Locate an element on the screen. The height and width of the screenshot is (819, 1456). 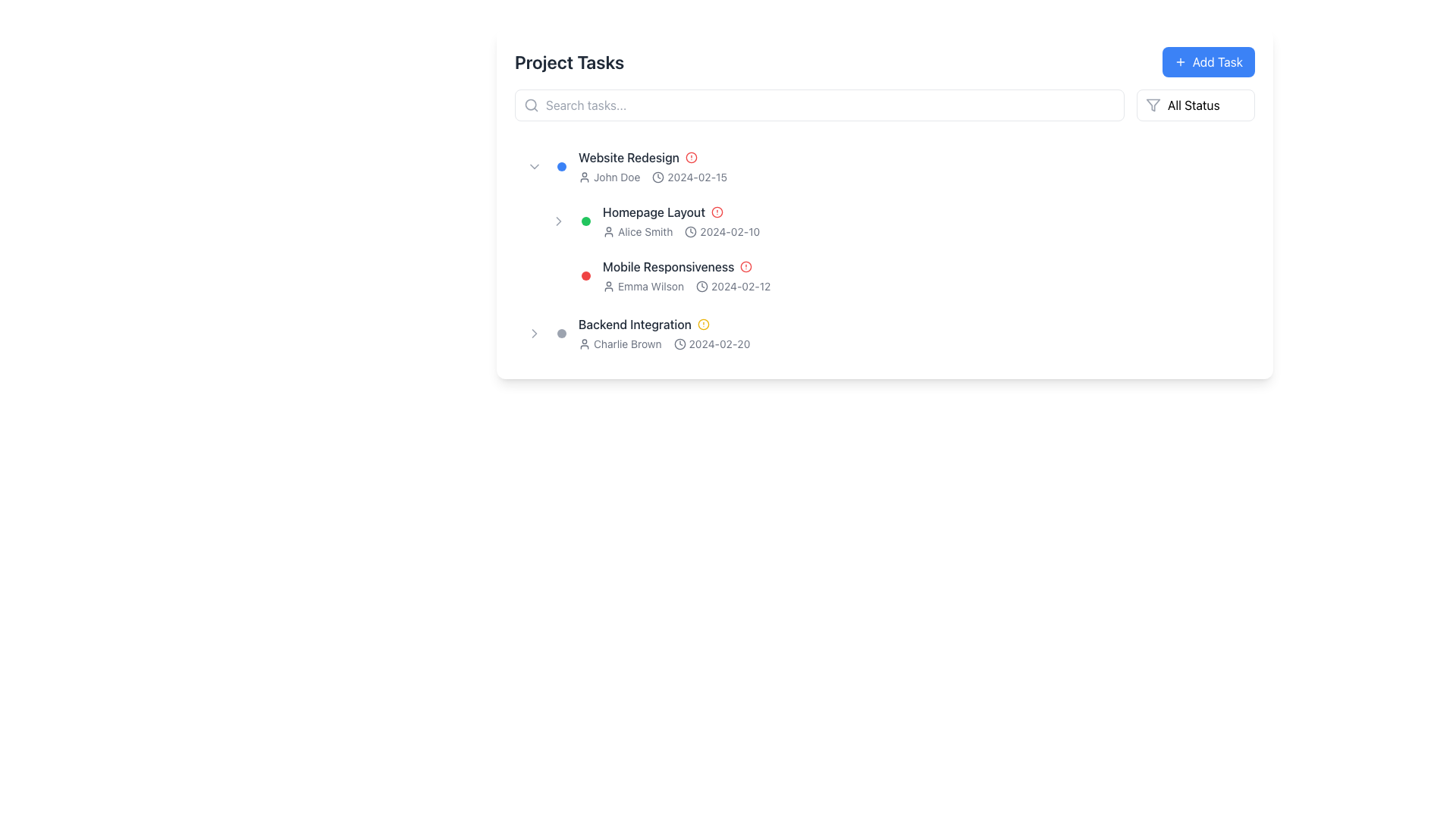
the second task list item, which is positioned between 'Website Redesign' and 'Mobile Responsiveness' is located at coordinates (884, 221).